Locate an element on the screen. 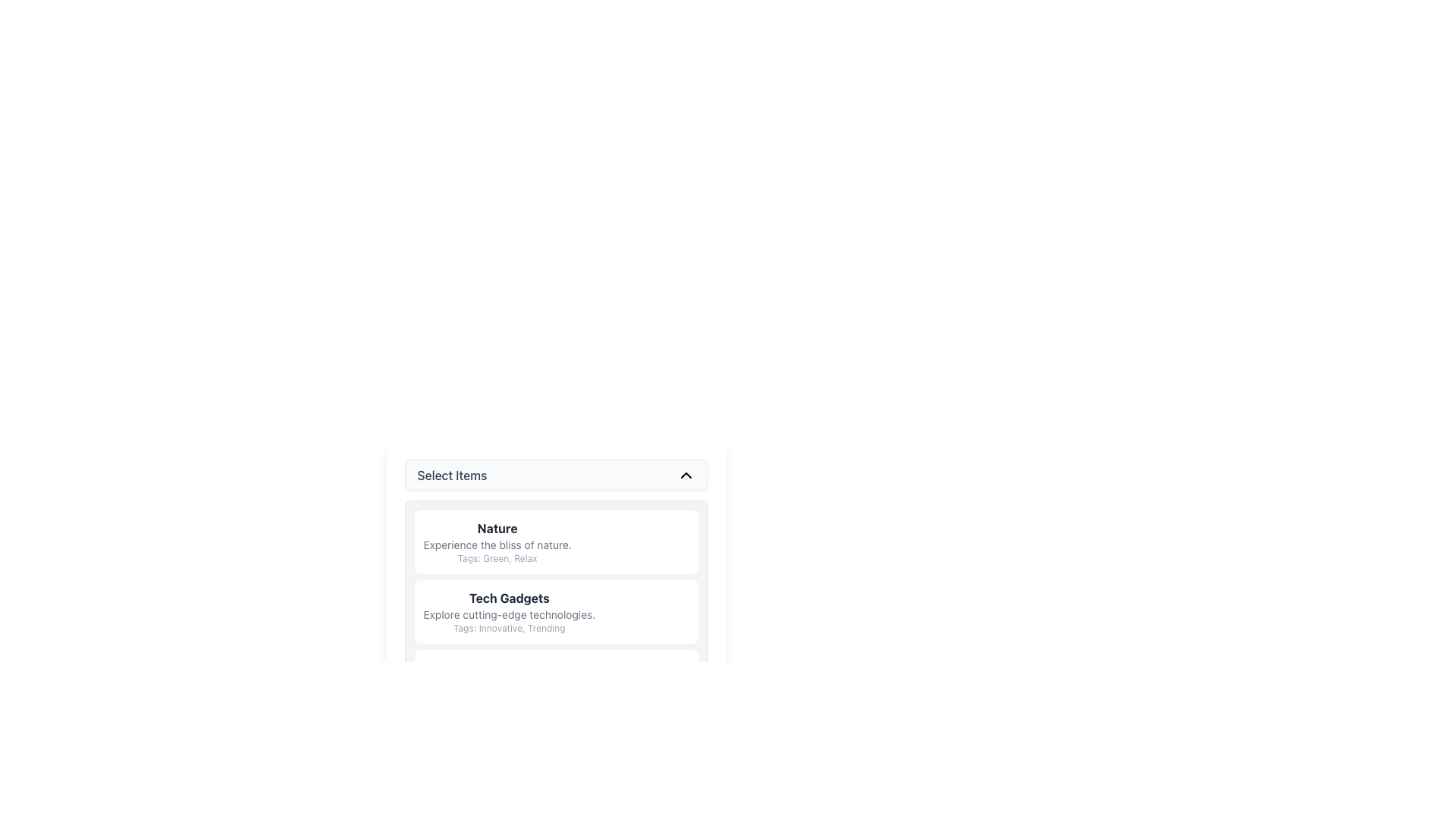  the static text element that reads 'Explore cutting-edge technologies.' This text is styled with a small font size and gray color, positioned below 'Tech Gadgets' and above 'Tags: Innovative, Trending.' is located at coordinates (509, 614).